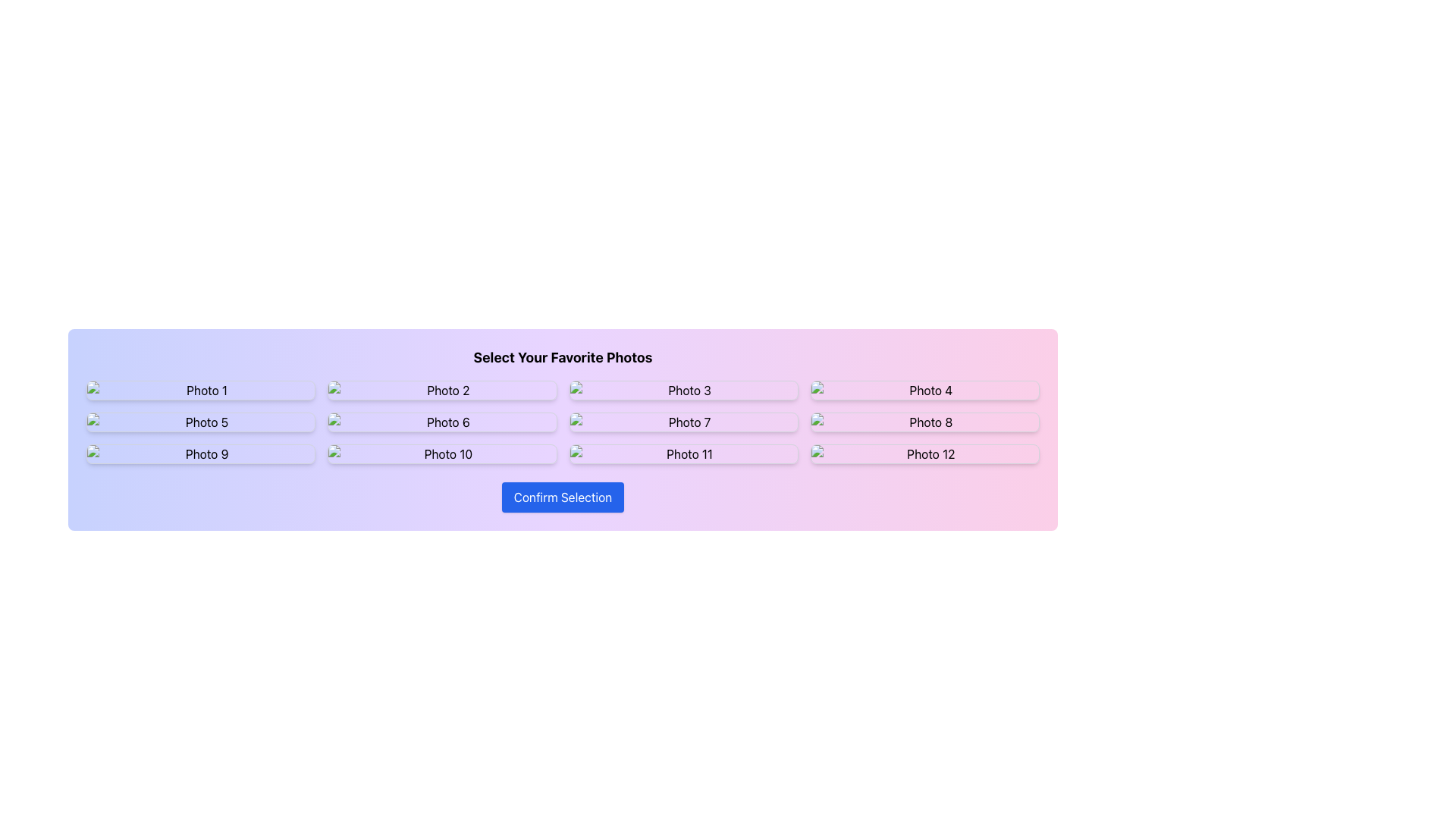  Describe the element at coordinates (924, 422) in the screenshot. I see `the image thumbnail labeled 'Photo 8' in the fourth column, second row of the grid layout` at that location.